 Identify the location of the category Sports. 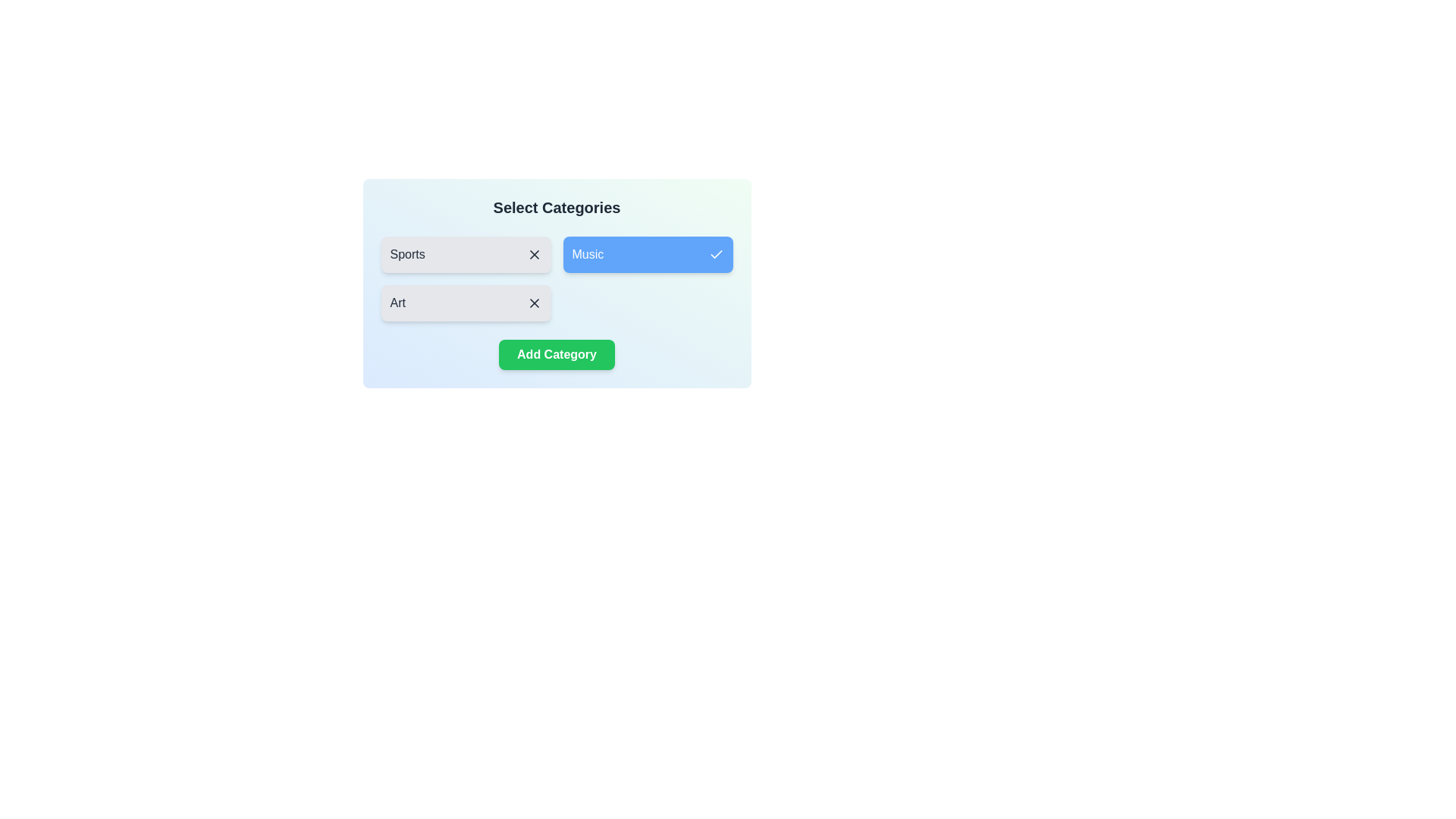
(465, 253).